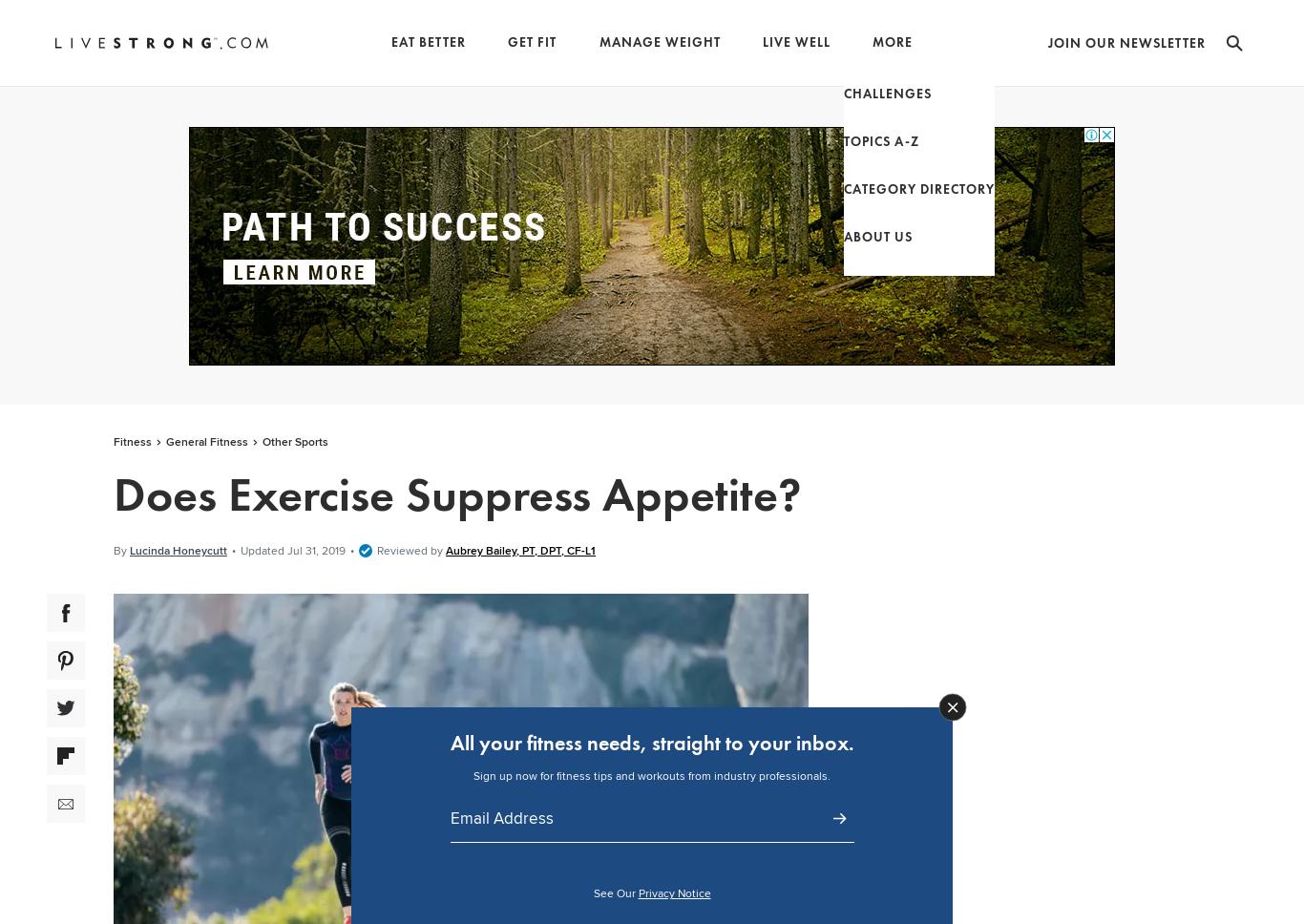 The height and width of the screenshot is (924, 1304). What do you see at coordinates (1126, 42) in the screenshot?
I see `'JOIN OUR NEWSLETTER'` at bounding box center [1126, 42].